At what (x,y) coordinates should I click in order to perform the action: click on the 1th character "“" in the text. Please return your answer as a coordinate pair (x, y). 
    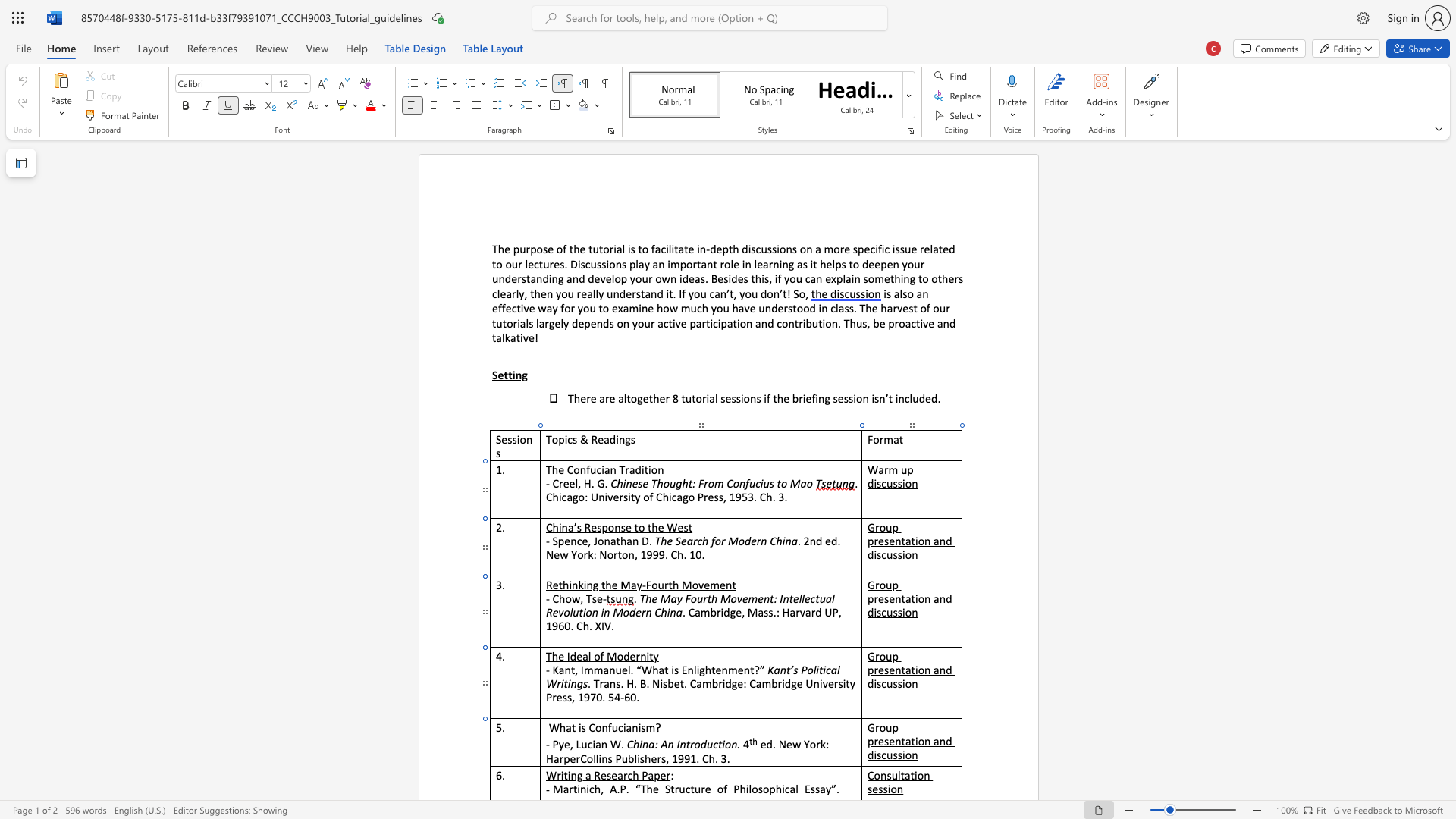
    Looking at the image, I should click on (639, 669).